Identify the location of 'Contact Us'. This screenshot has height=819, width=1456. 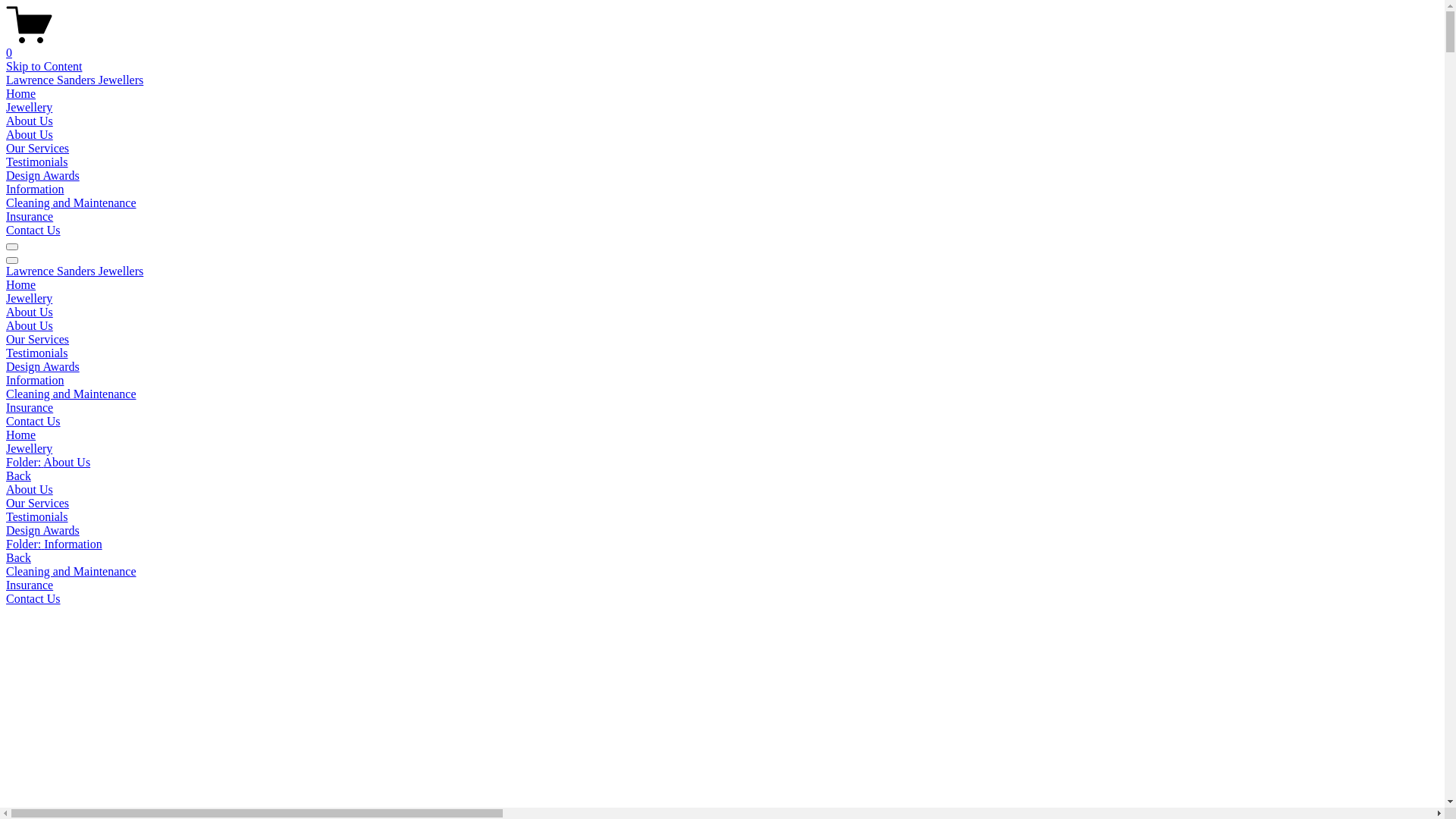
(33, 230).